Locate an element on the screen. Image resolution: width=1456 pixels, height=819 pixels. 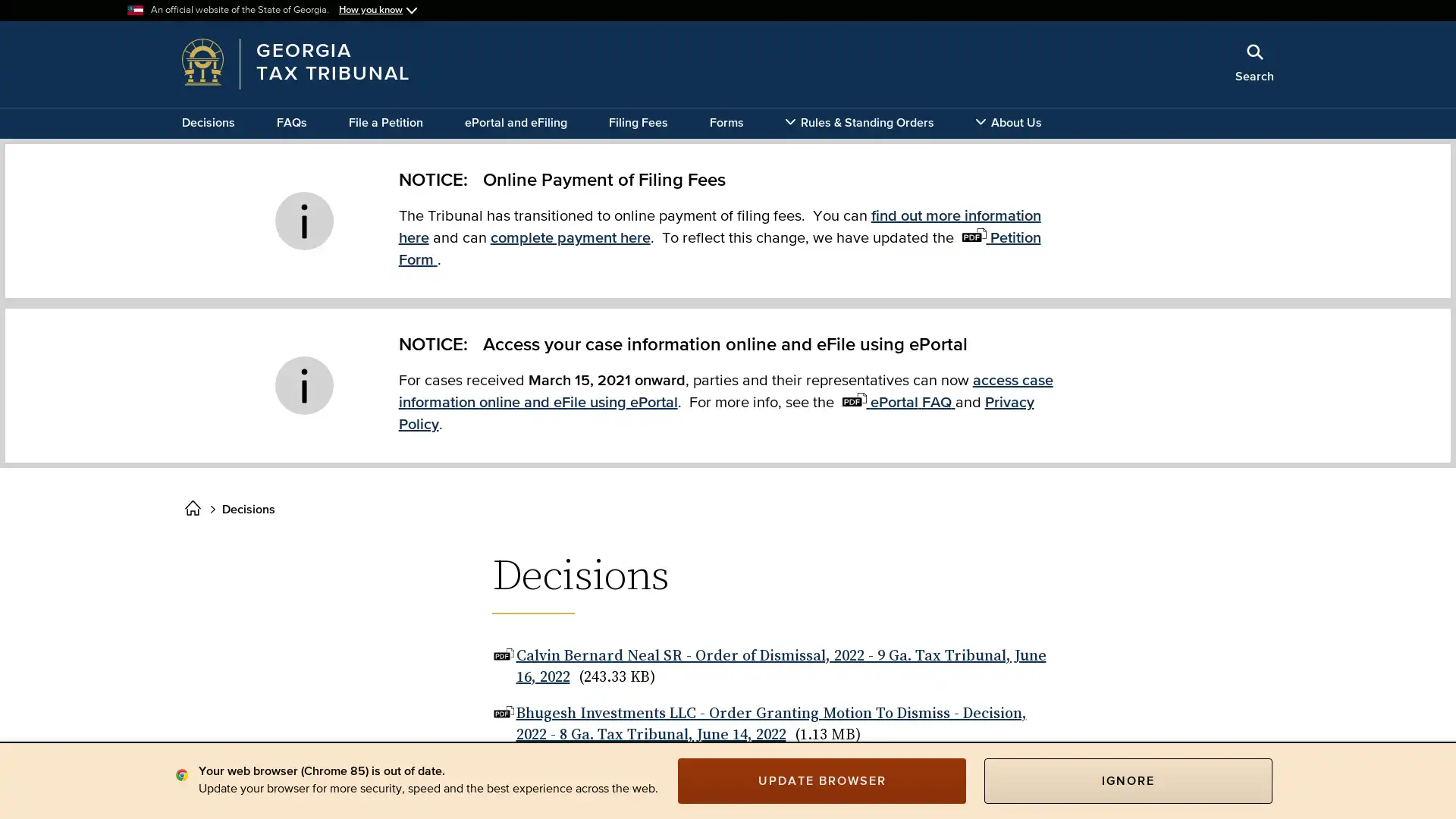
IGNORE is located at coordinates (1128, 780).